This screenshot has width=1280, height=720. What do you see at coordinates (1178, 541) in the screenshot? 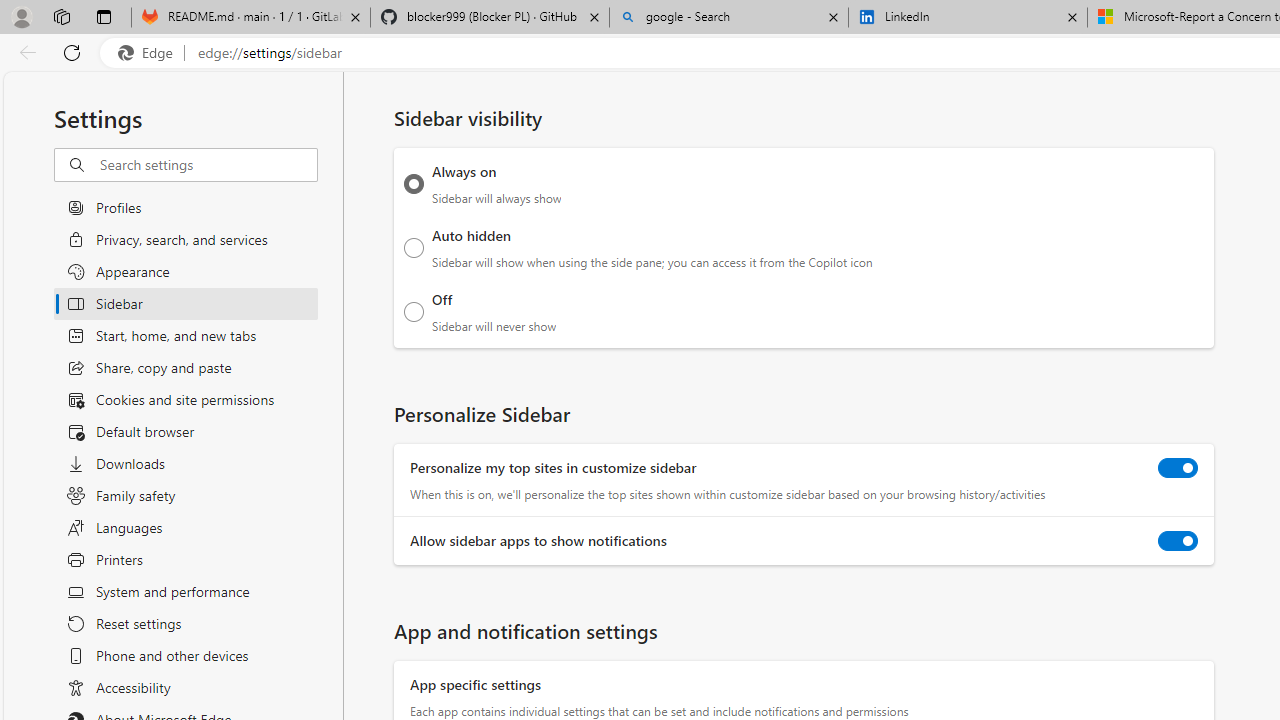
I see `'Allow sidebar apps to show notifications'` at bounding box center [1178, 541].